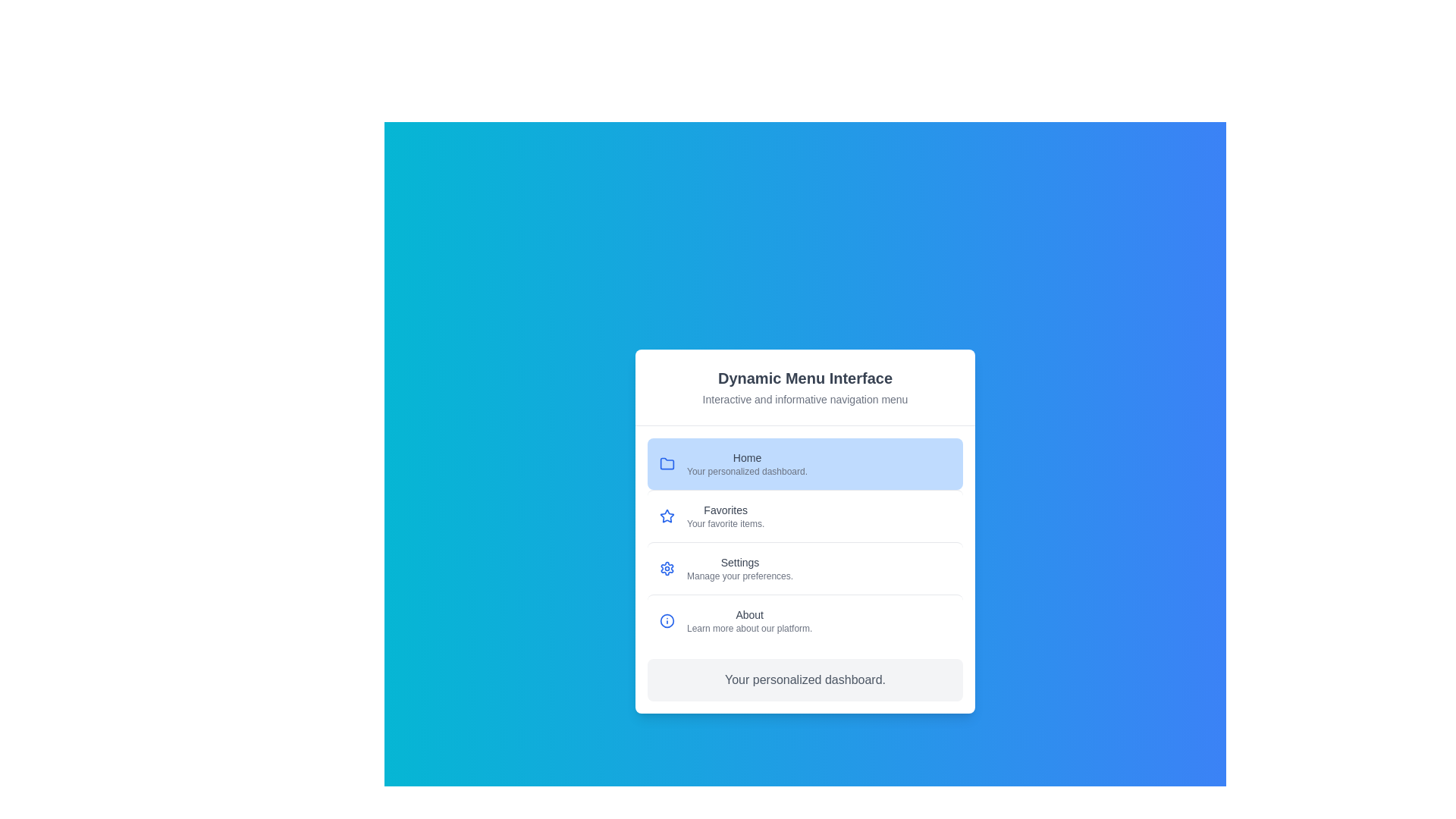  What do you see at coordinates (804, 620) in the screenshot?
I see `the menu item About to display its description` at bounding box center [804, 620].